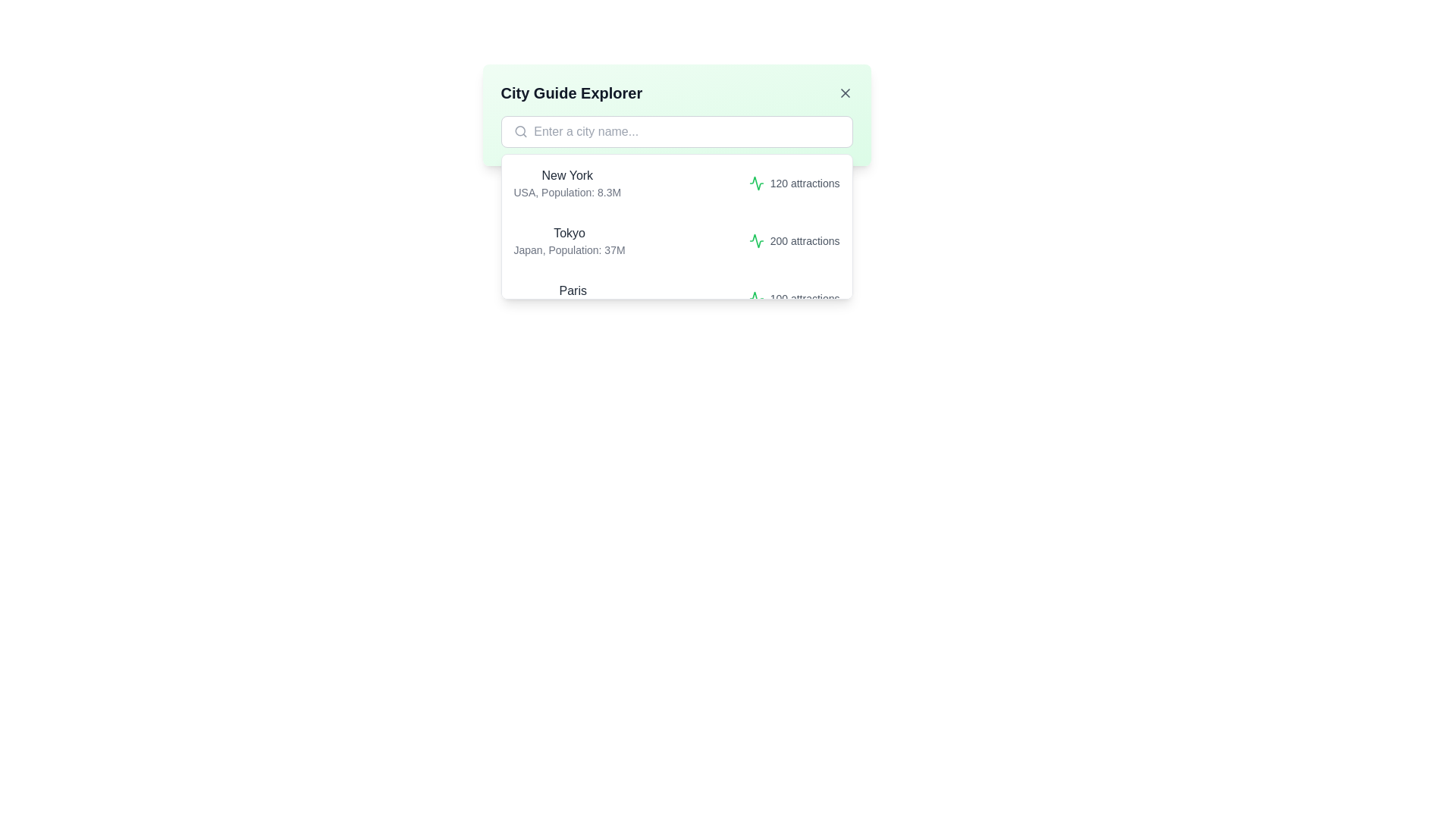  I want to click on the text label 'City Guide Explorer' which is positioned at the top of a light green card layout, so click(570, 93).